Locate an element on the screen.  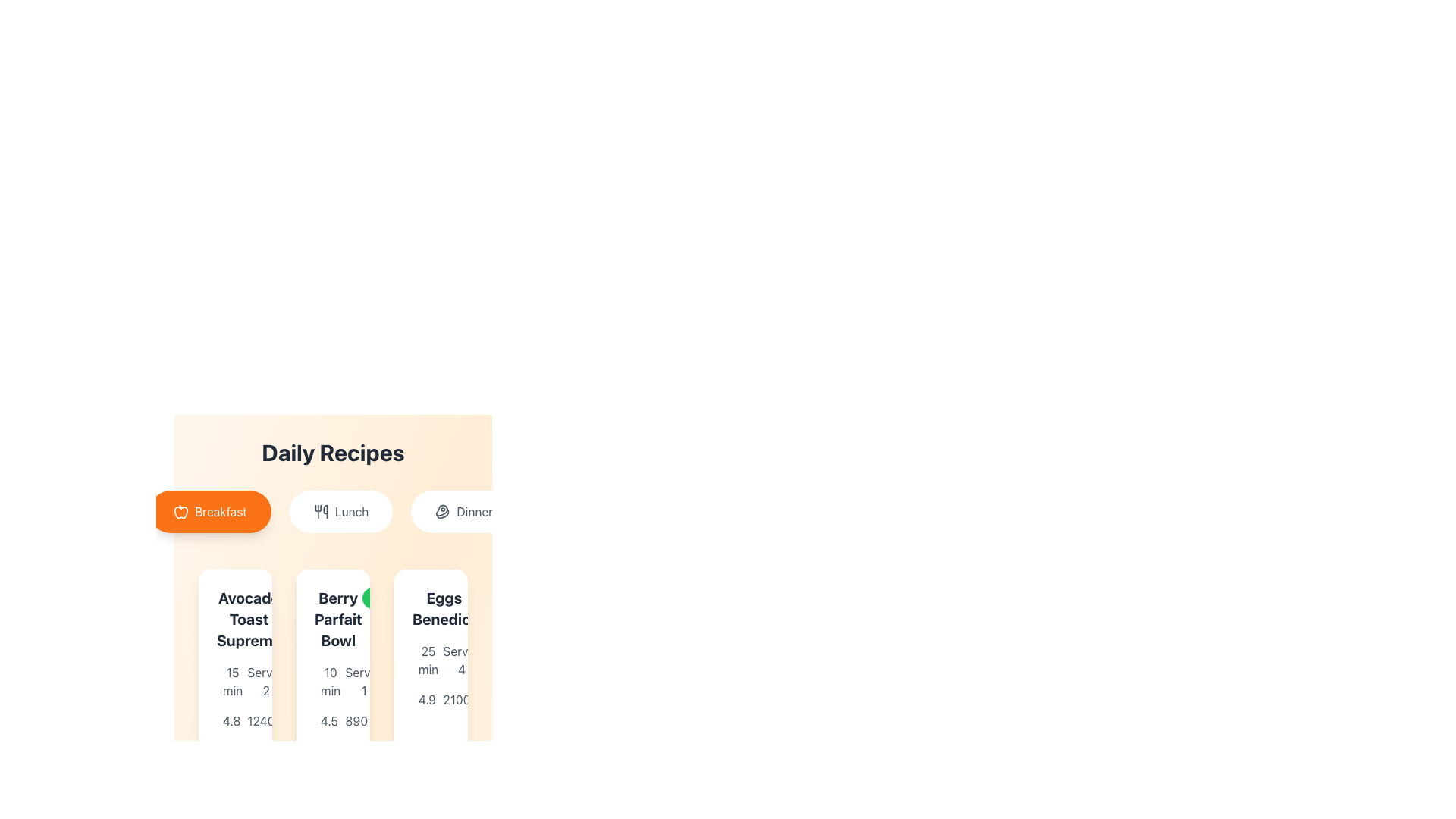
rating value displayed as '4.8' in bold font, located beneath the 'Avocado Toast Supreme' recipe card and next to an orange star icon is located at coordinates (231, 720).